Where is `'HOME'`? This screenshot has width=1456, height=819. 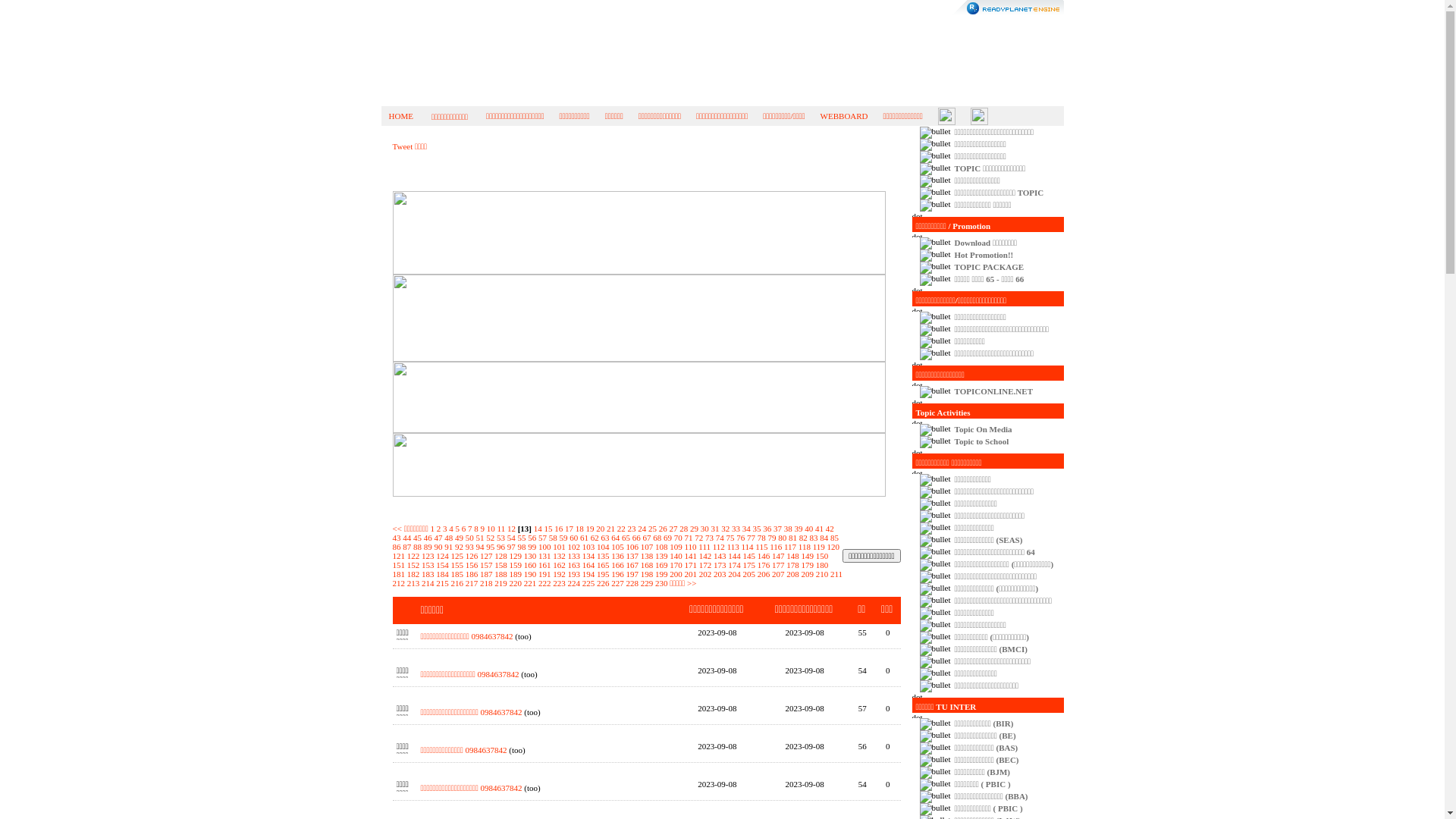
'HOME' is located at coordinates (400, 115).